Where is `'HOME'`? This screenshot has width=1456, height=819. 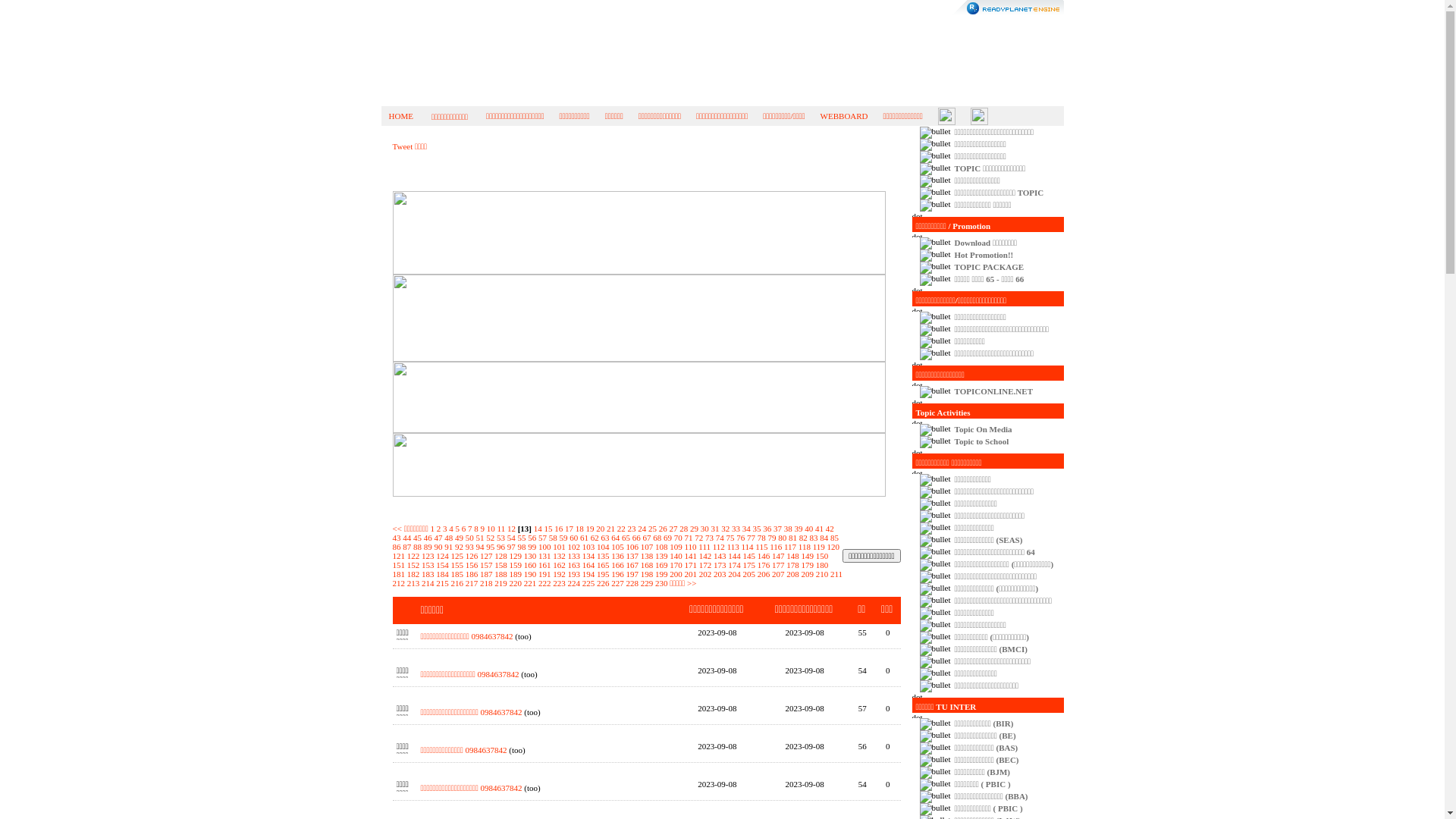
'HOME' is located at coordinates (400, 115).